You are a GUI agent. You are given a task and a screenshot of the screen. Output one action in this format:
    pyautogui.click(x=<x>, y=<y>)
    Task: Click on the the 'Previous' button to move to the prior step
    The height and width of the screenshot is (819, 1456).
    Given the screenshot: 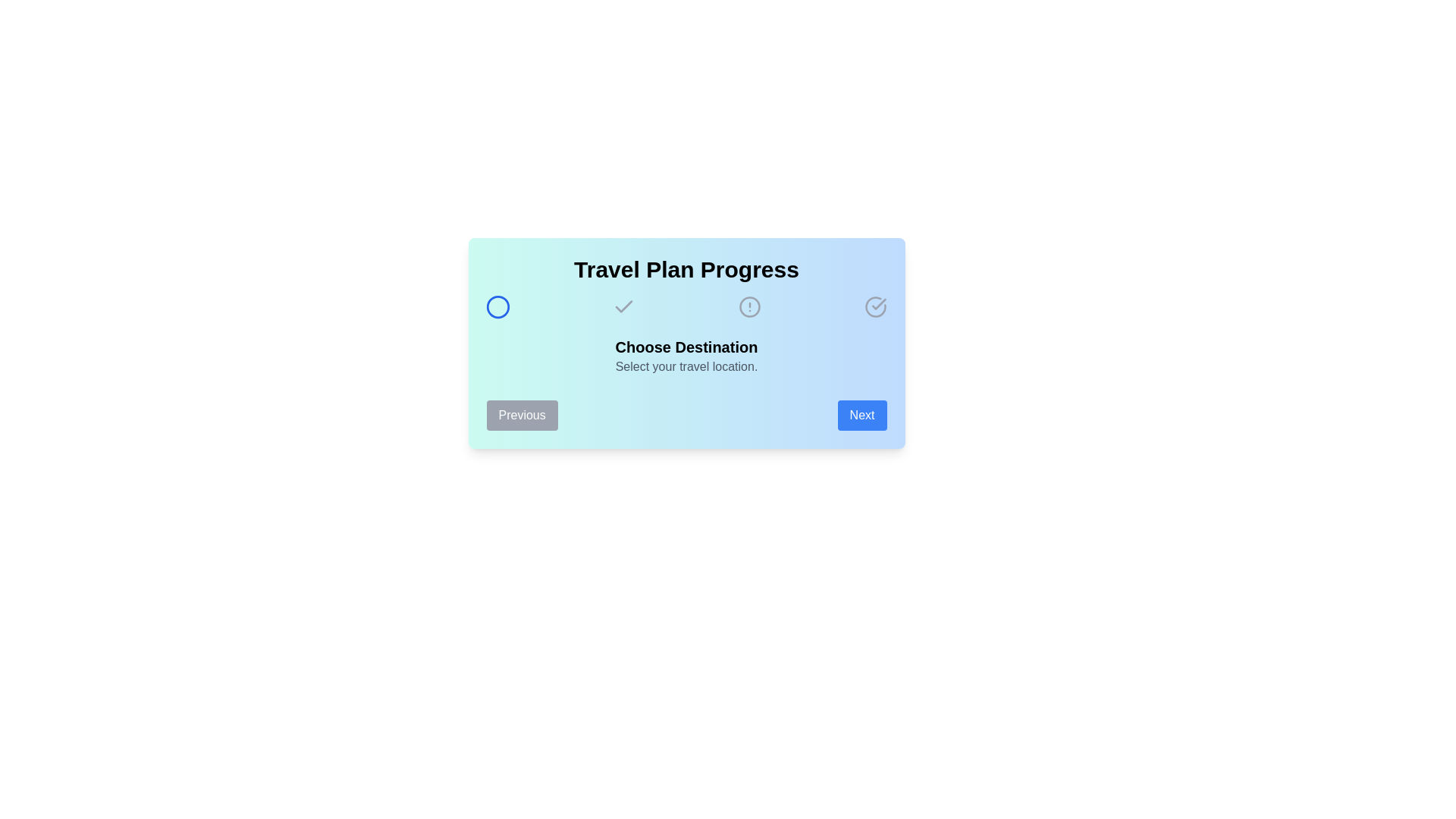 What is the action you would take?
    pyautogui.click(x=522, y=415)
    